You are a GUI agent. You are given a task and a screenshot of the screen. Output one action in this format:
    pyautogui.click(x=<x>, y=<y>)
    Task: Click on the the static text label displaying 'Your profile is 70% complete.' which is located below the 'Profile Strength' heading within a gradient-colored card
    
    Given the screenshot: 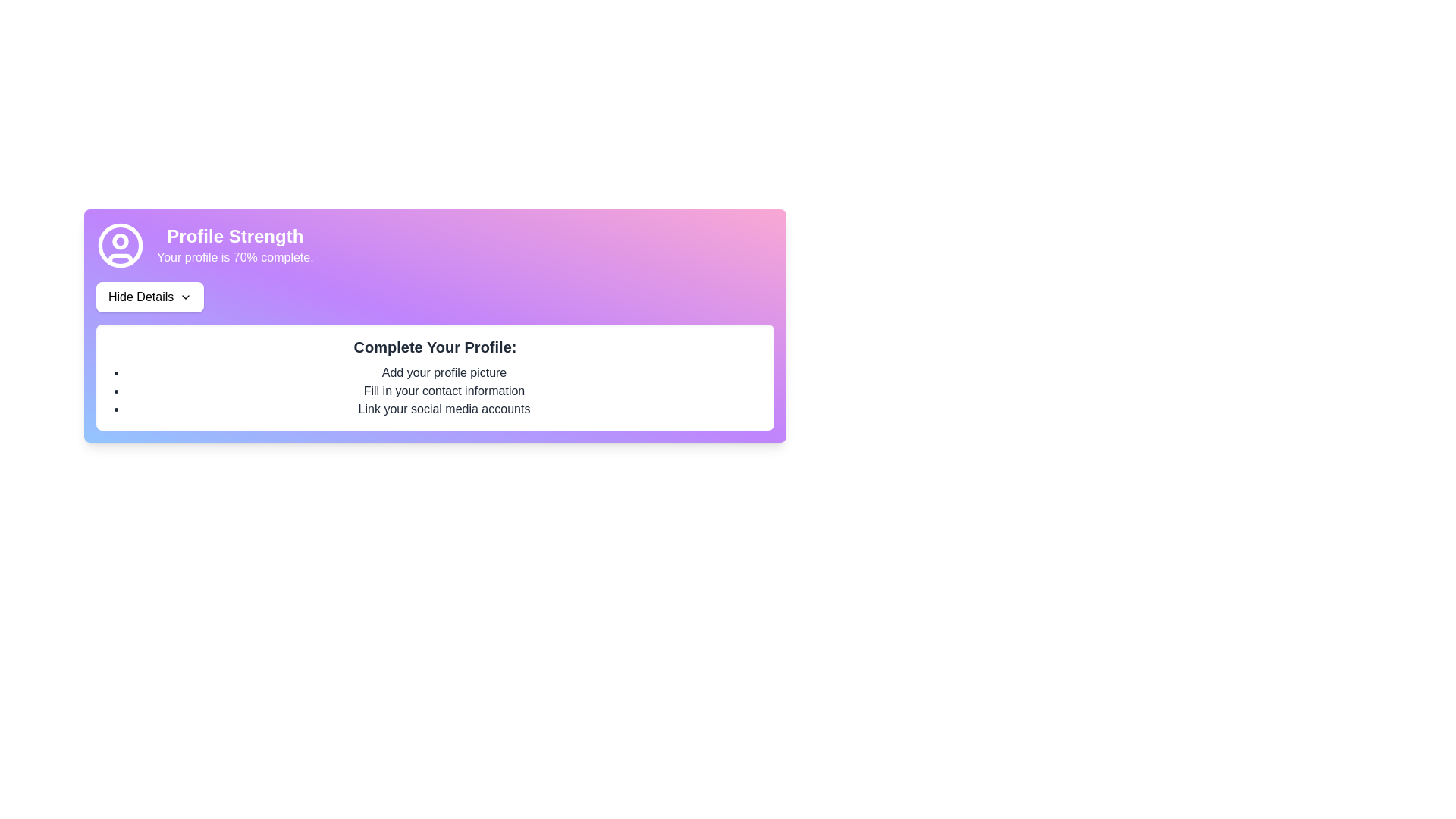 What is the action you would take?
    pyautogui.click(x=234, y=256)
    